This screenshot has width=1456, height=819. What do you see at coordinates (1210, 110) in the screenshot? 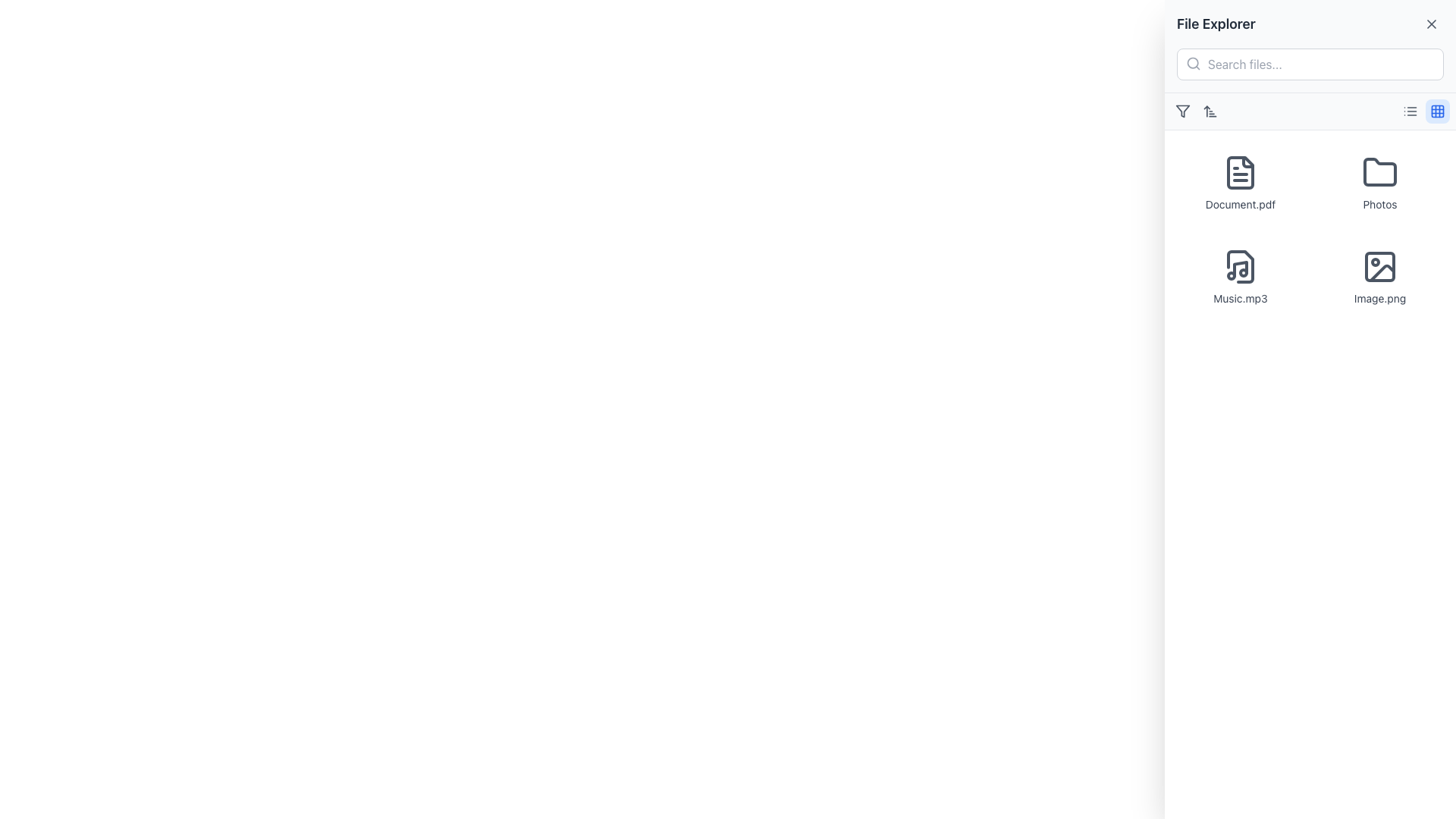
I see `the sorting icon located in the upper-right section of the menu bar to sort items in ascending order` at bounding box center [1210, 110].